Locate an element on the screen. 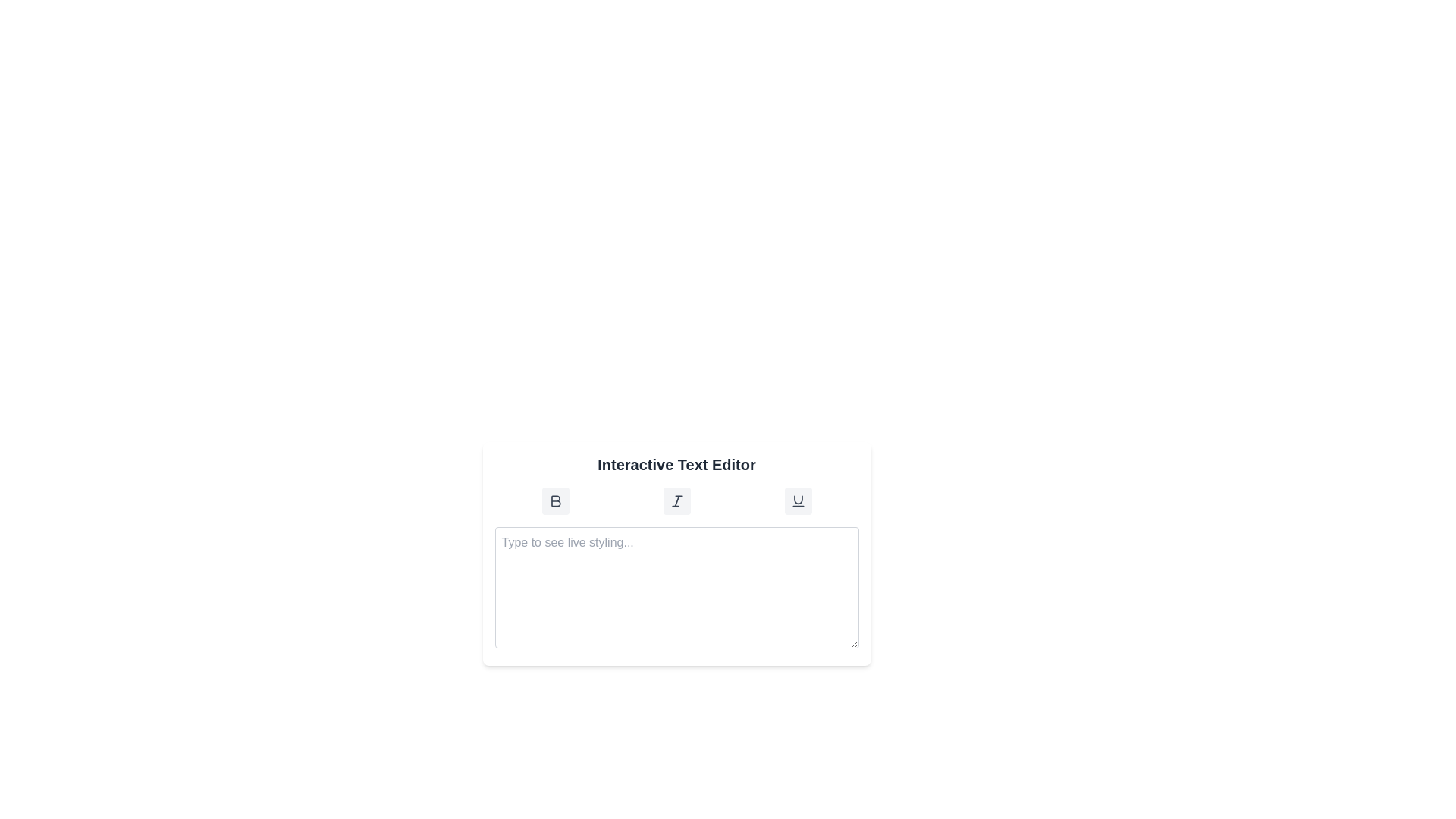 Image resolution: width=1456 pixels, height=819 pixels. text 'Interactive Text Editor' displayed prominently at the top of the box, which is dark gray and bold is located at coordinates (676, 464).